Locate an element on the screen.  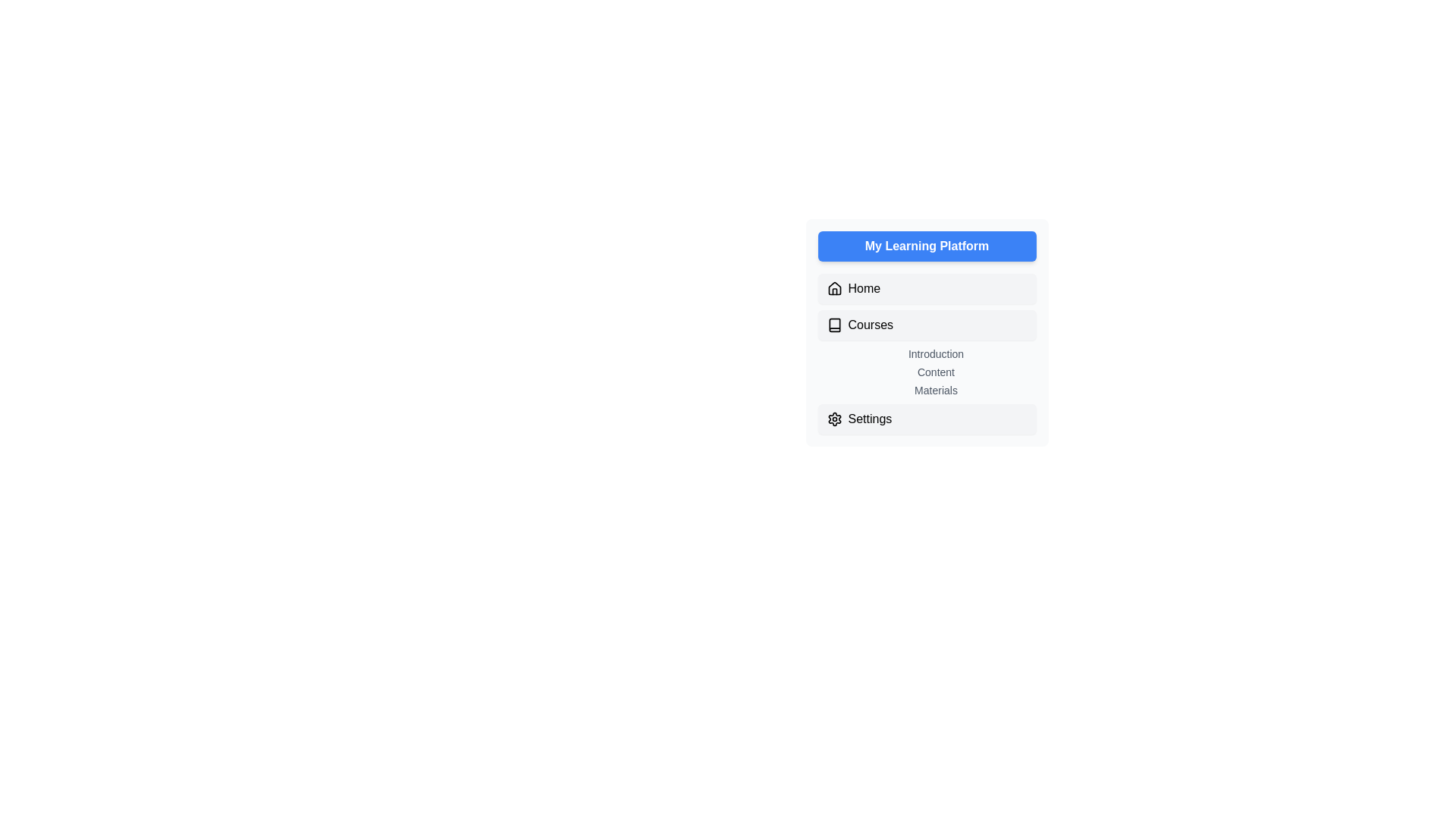
the second navigation item in the vertical menu is located at coordinates (926, 324).